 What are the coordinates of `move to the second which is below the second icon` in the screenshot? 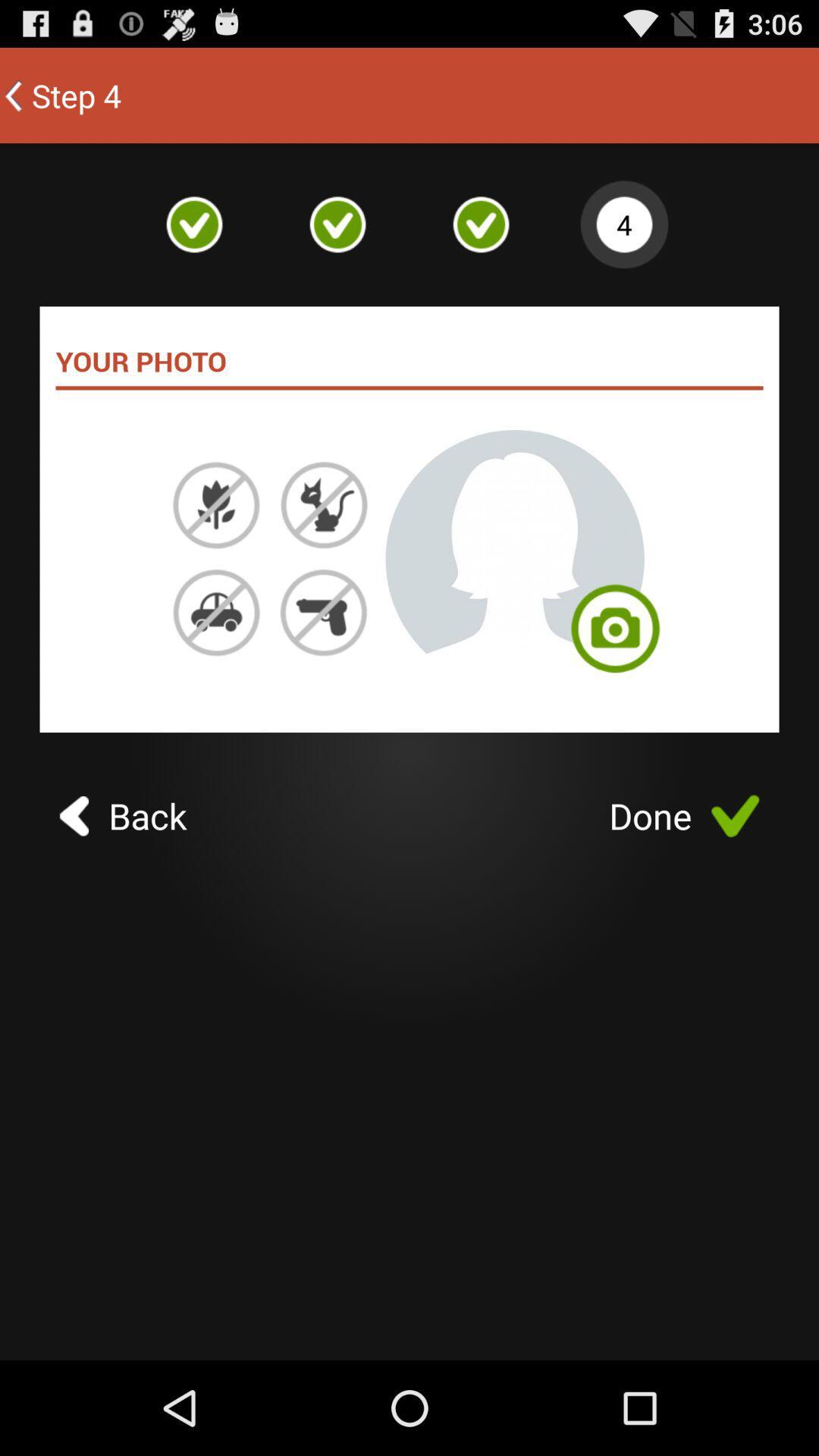 It's located at (323, 505).